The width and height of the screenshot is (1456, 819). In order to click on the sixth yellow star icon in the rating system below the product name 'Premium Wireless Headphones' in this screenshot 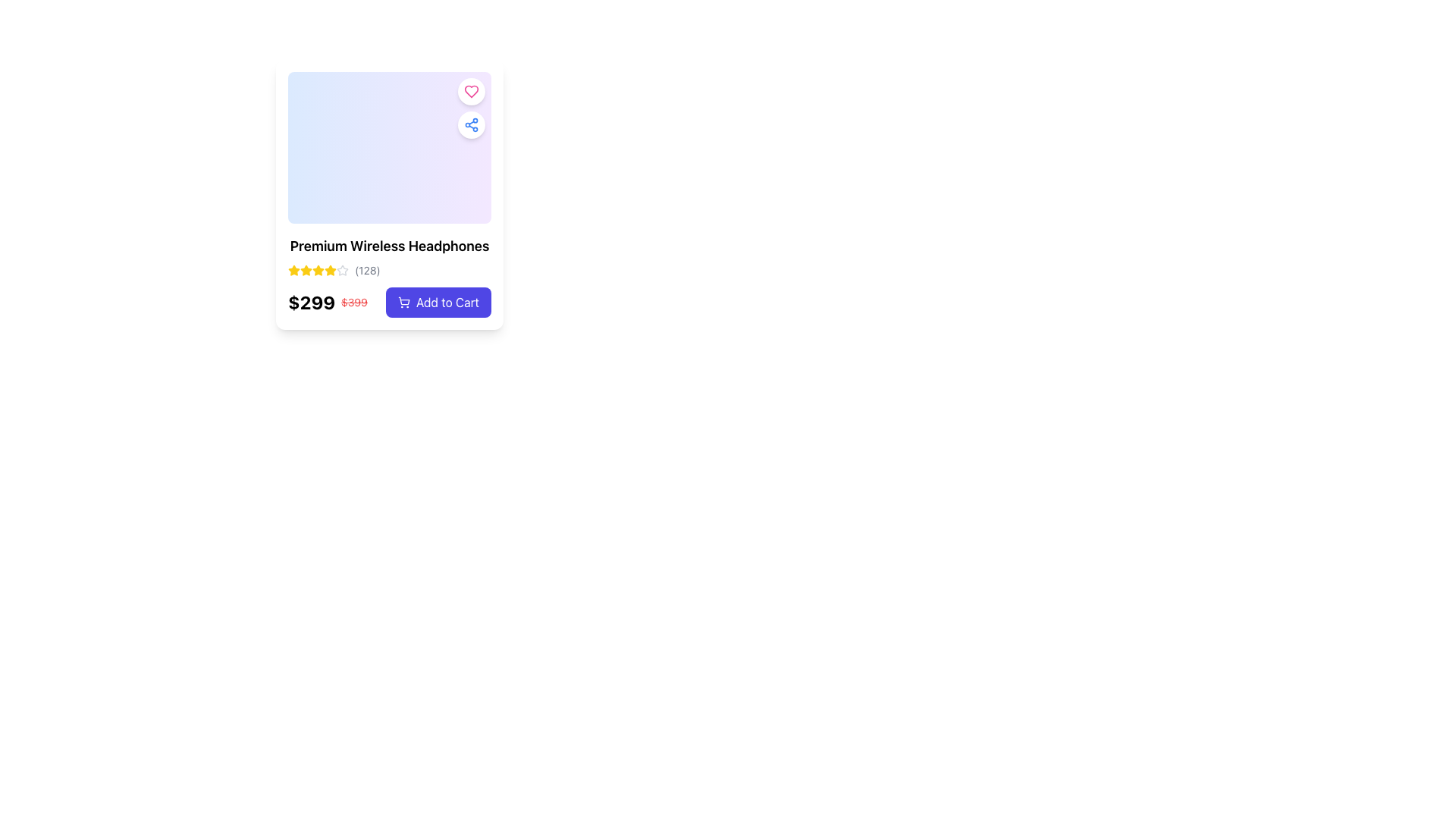, I will do `click(330, 270)`.